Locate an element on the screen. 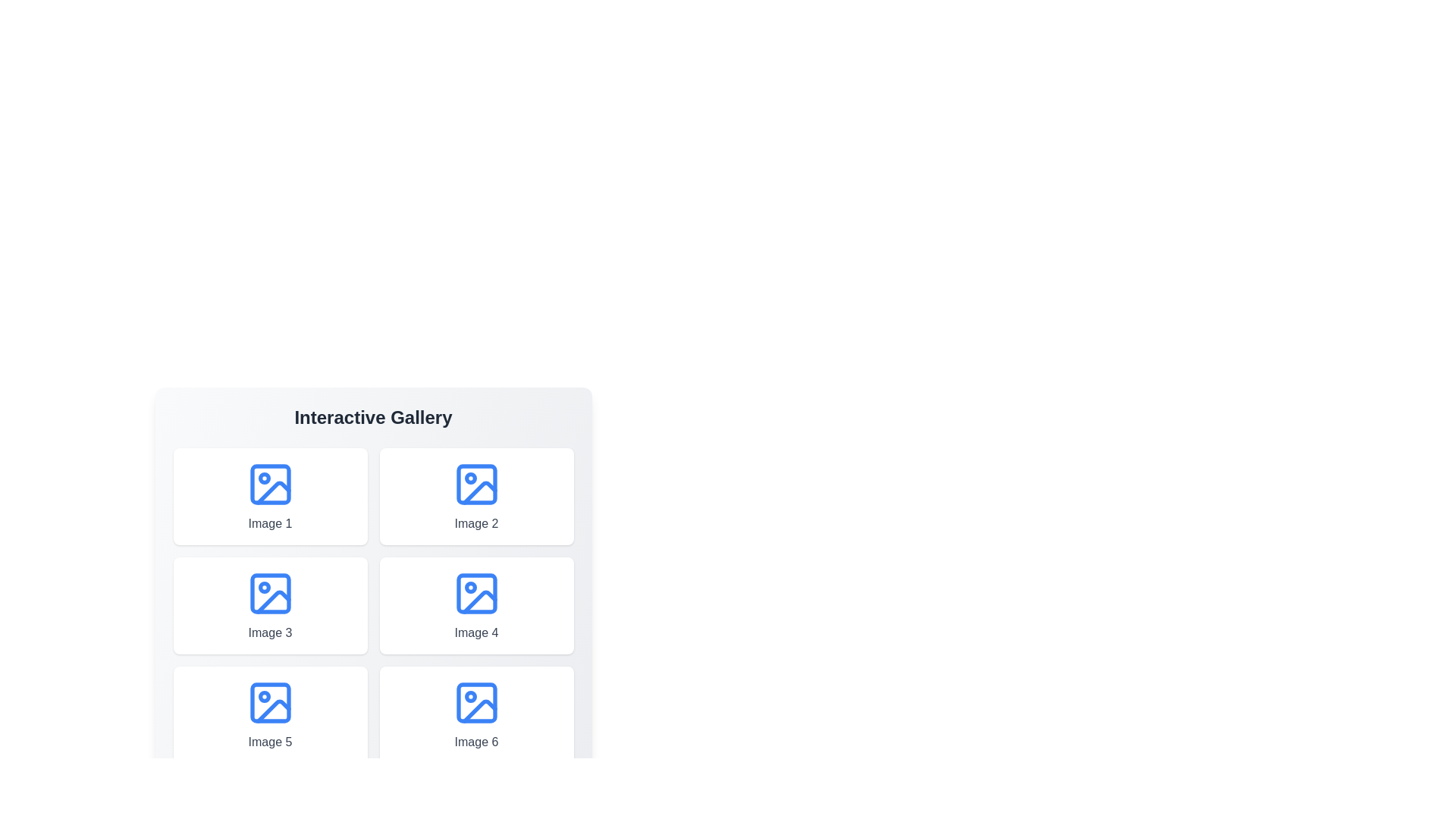  the image titled 'Image 6' to see its hover effect is located at coordinates (475, 714).